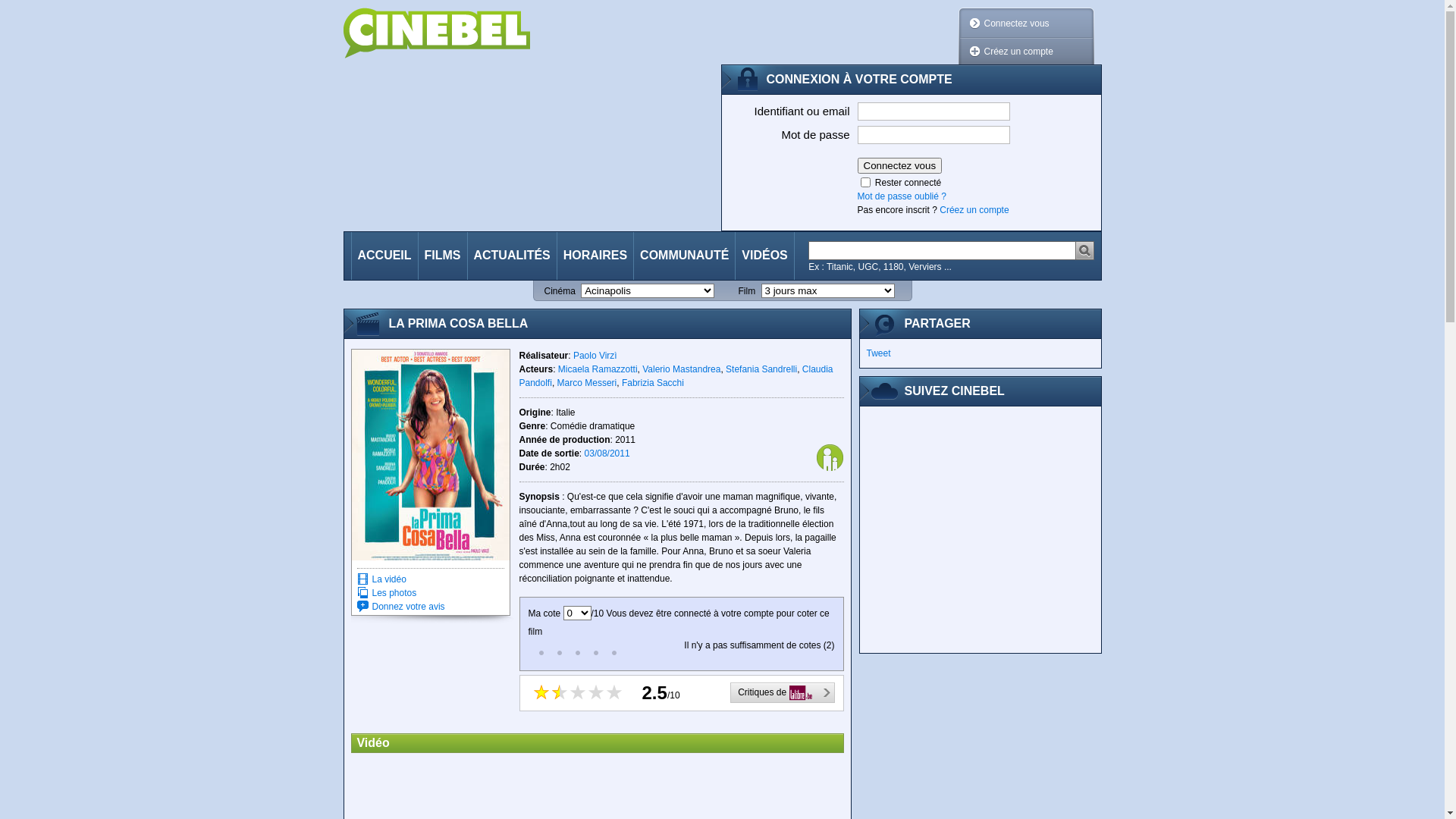  I want to click on 'Tweet', so click(866, 353).